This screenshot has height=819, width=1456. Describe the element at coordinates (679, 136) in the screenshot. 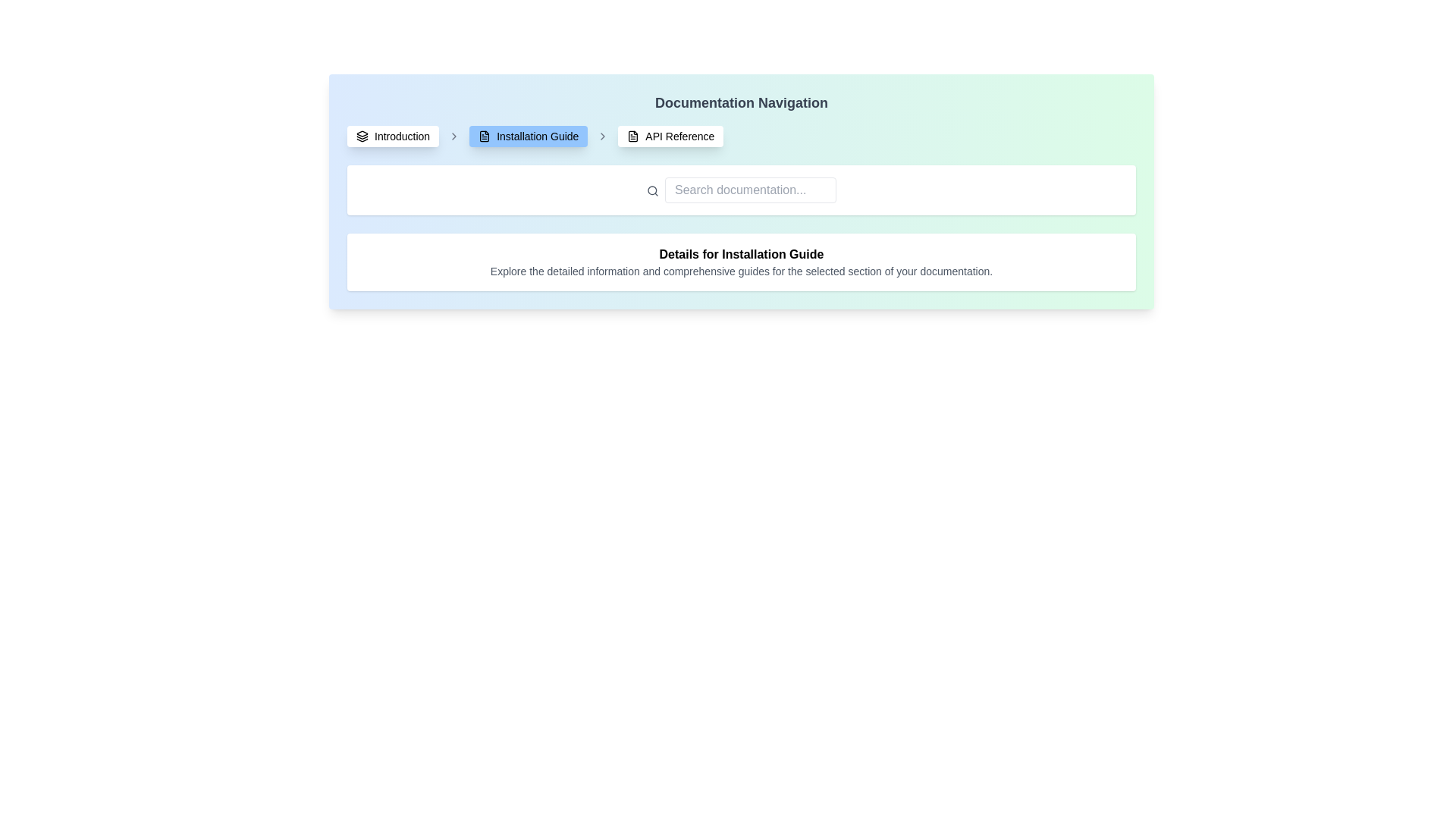

I see `the 'API Reference' text link in the breadcrumb navigation` at that location.